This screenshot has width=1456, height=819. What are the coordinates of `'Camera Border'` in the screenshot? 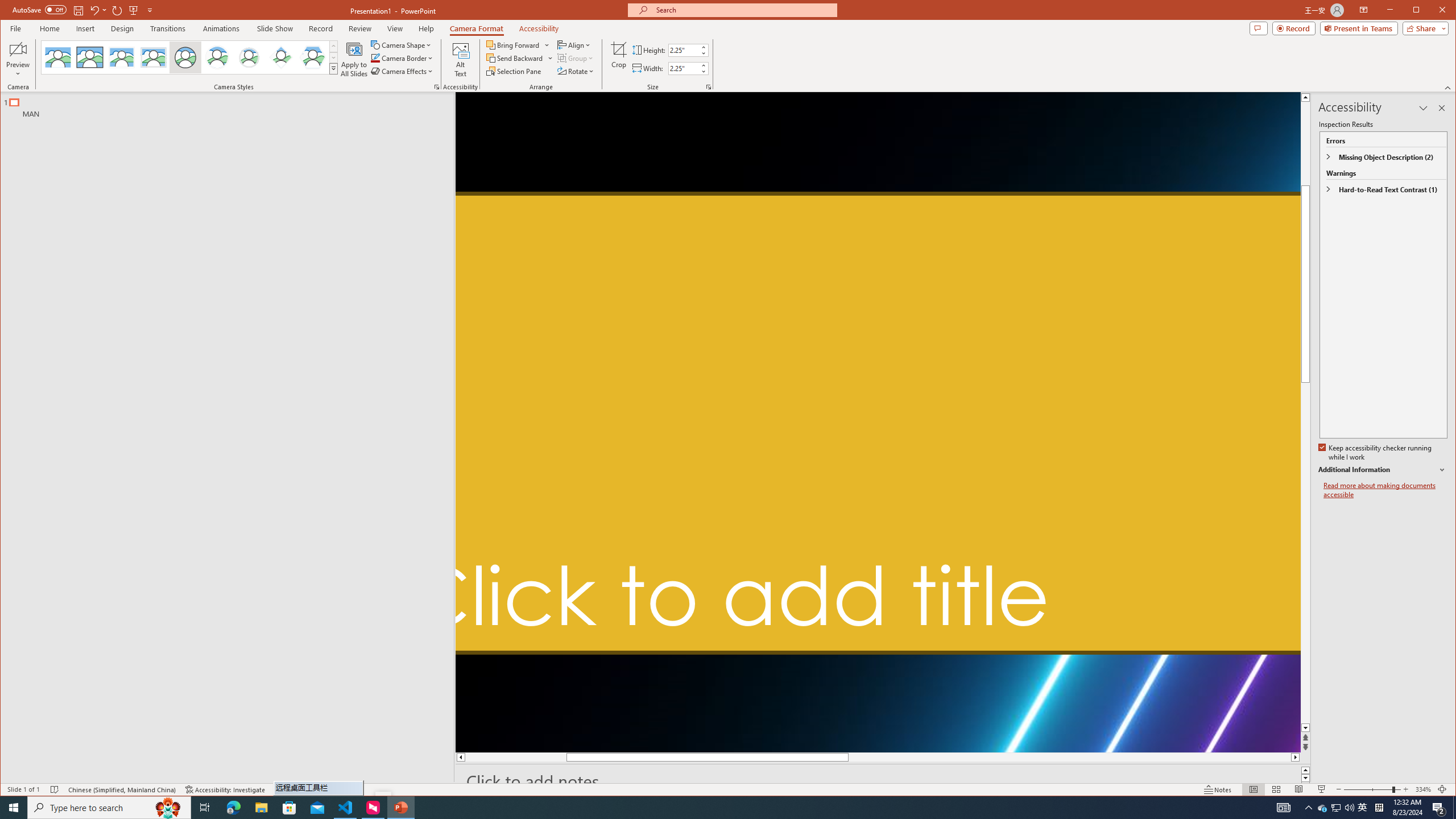 It's located at (402, 58).